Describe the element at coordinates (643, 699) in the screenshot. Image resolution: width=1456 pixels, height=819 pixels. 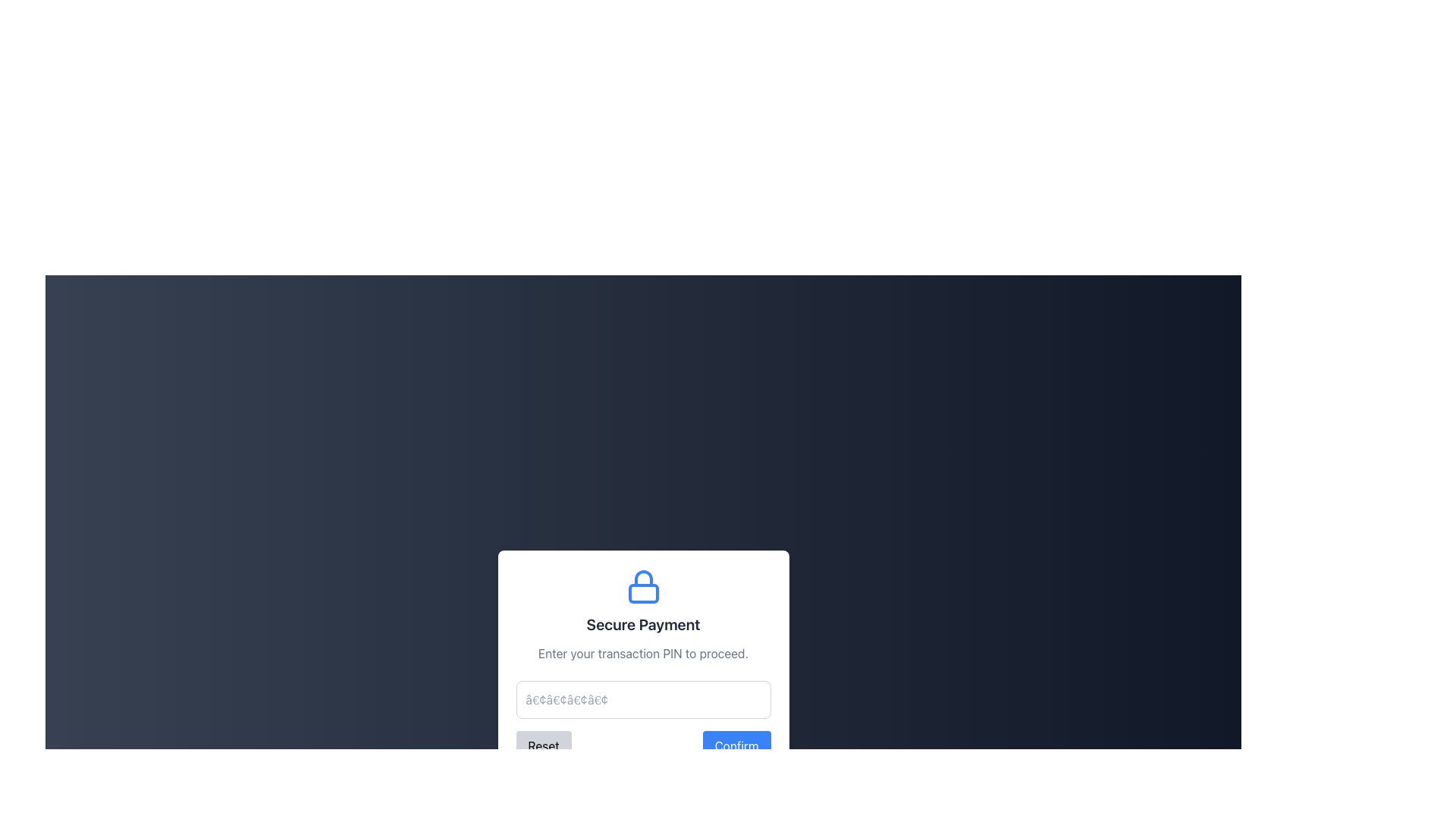
I see `the password input field that is centrally located below the prompt 'Enter your transaction PIN to proceed.' and above the 'Reset' and 'Confirm' buttons` at that location.